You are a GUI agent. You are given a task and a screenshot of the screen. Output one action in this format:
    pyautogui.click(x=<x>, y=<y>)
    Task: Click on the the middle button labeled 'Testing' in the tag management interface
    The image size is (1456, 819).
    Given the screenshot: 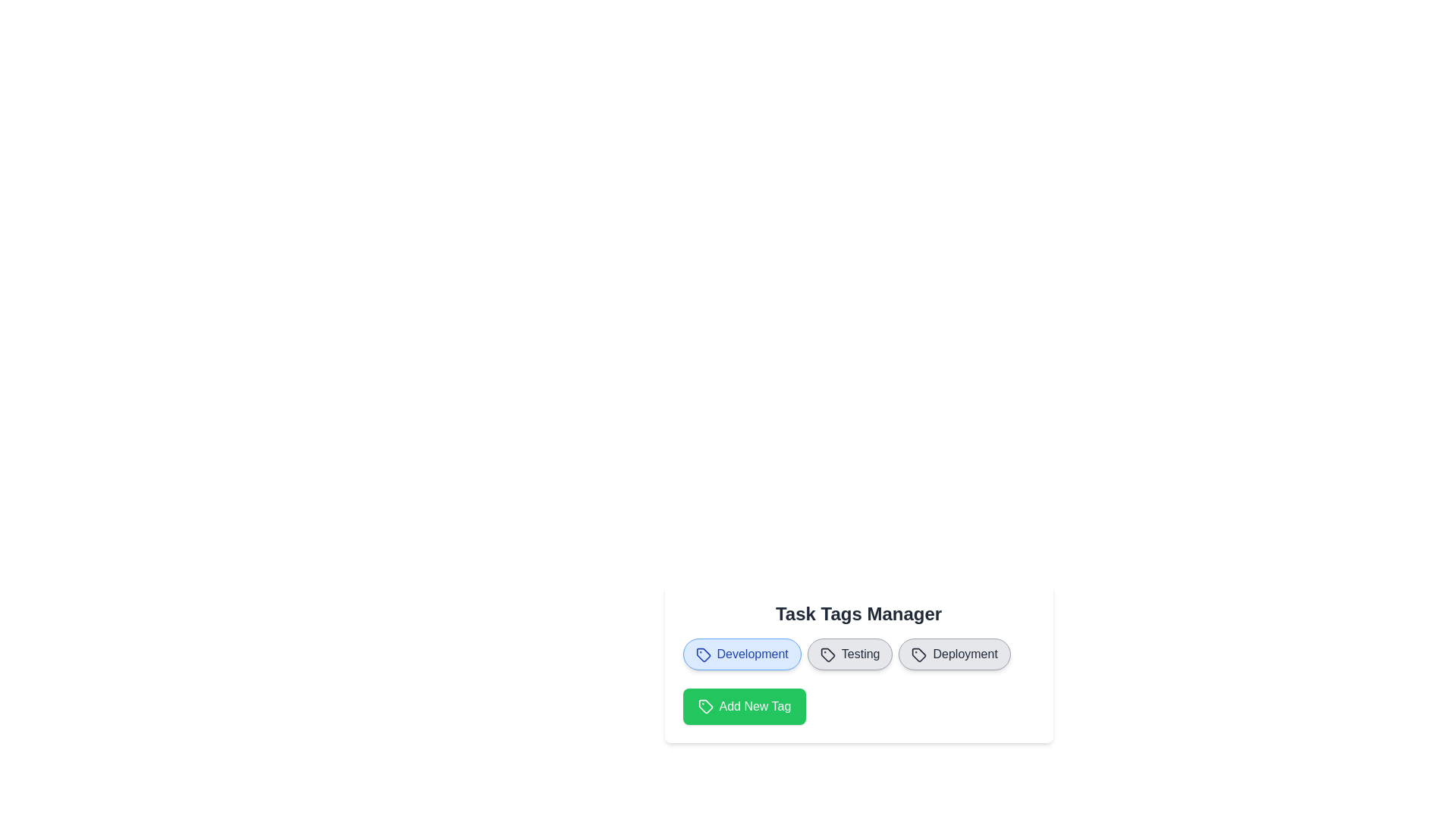 What is the action you would take?
    pyautogui.click(x=858, y=663)
    